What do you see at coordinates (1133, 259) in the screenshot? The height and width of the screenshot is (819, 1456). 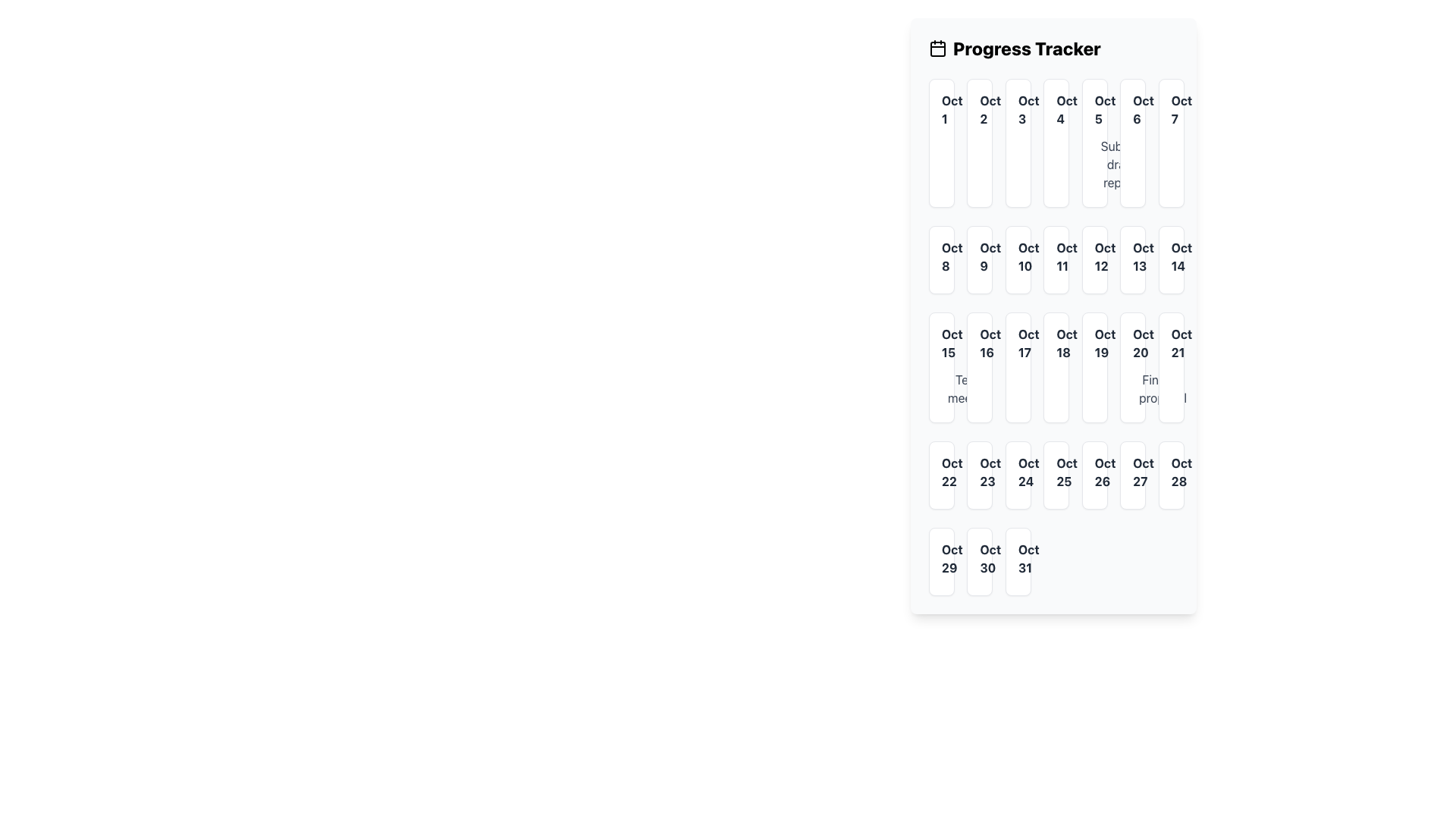 I see `the visual card element representing the date 'October 13th' within the grid layout` at bounding box center [1133, 259].